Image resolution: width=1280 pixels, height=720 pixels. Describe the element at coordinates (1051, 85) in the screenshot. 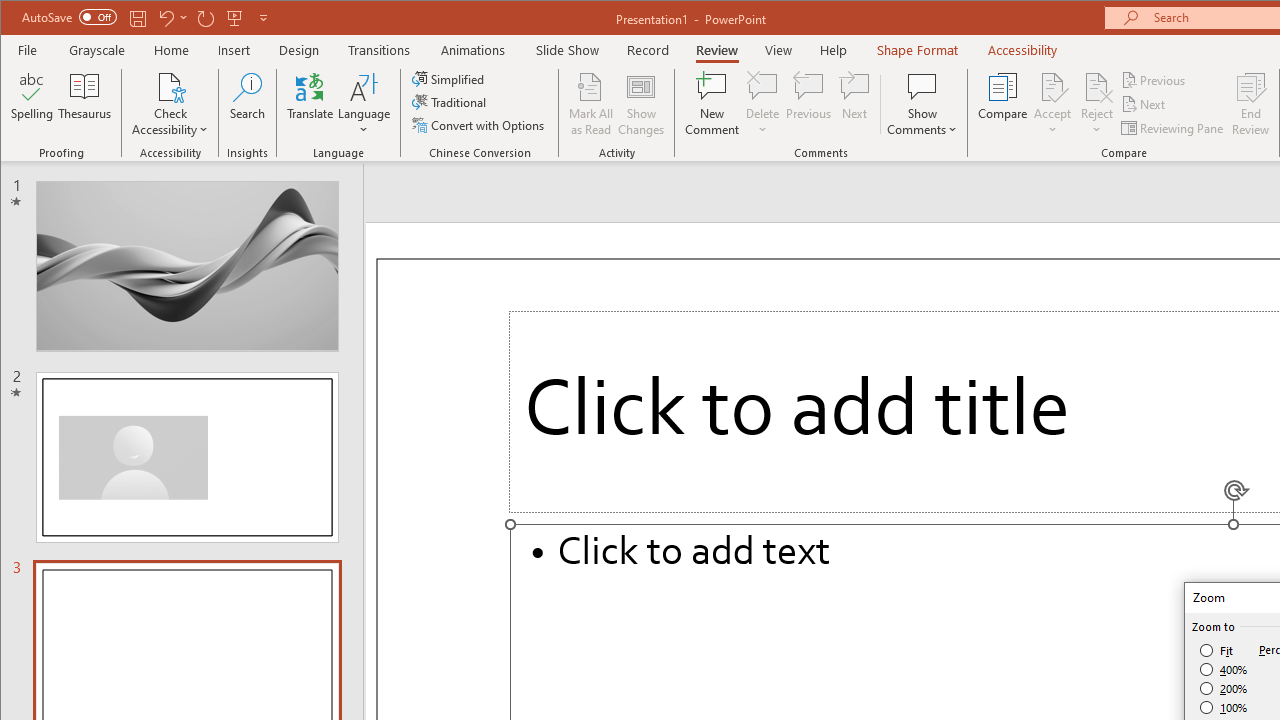

I see `'Accept Change'` at that location.